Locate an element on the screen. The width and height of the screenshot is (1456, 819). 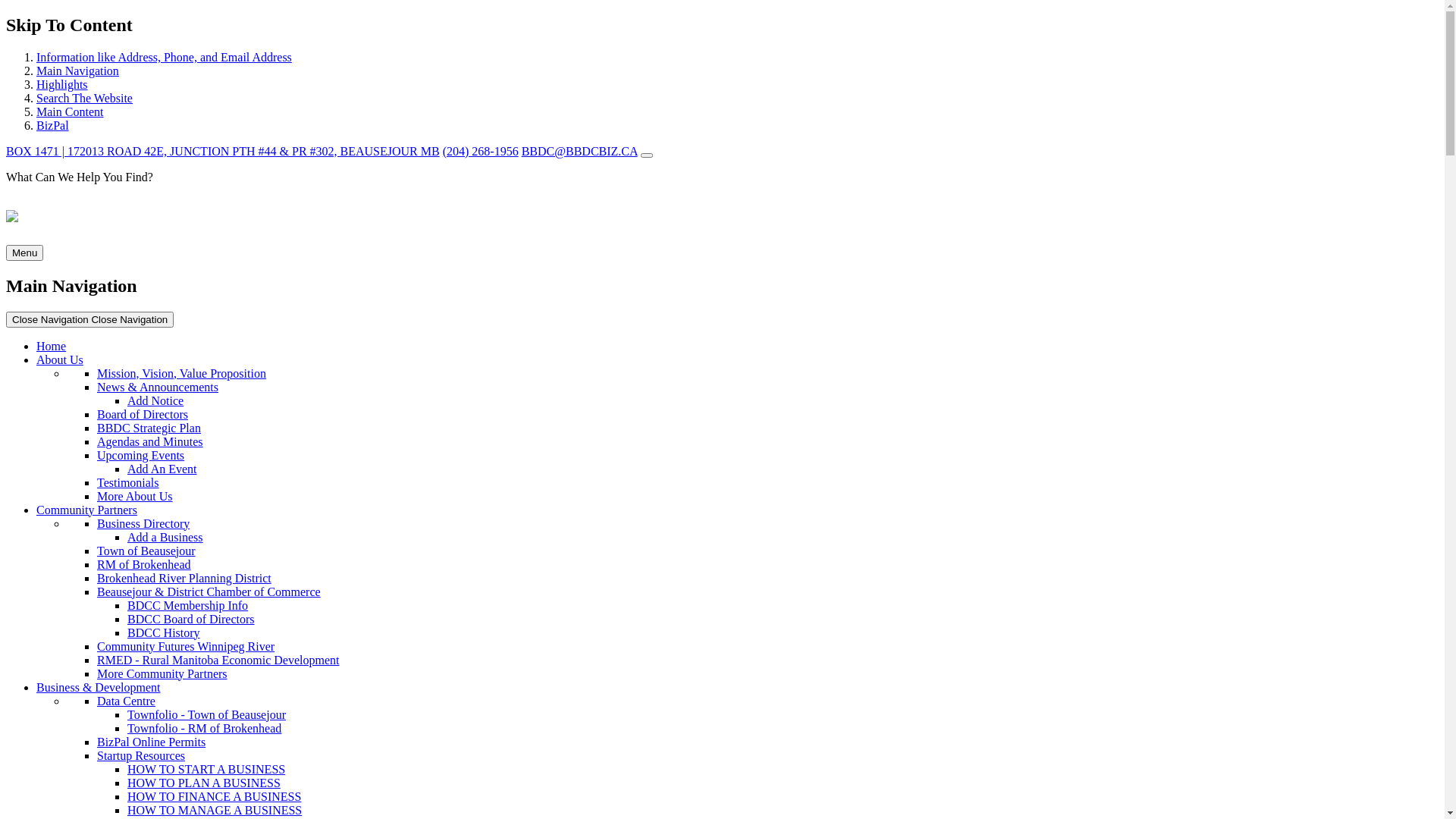
'HOW TO PLAN A BUSINESS' is located at coordinates (202, 783).